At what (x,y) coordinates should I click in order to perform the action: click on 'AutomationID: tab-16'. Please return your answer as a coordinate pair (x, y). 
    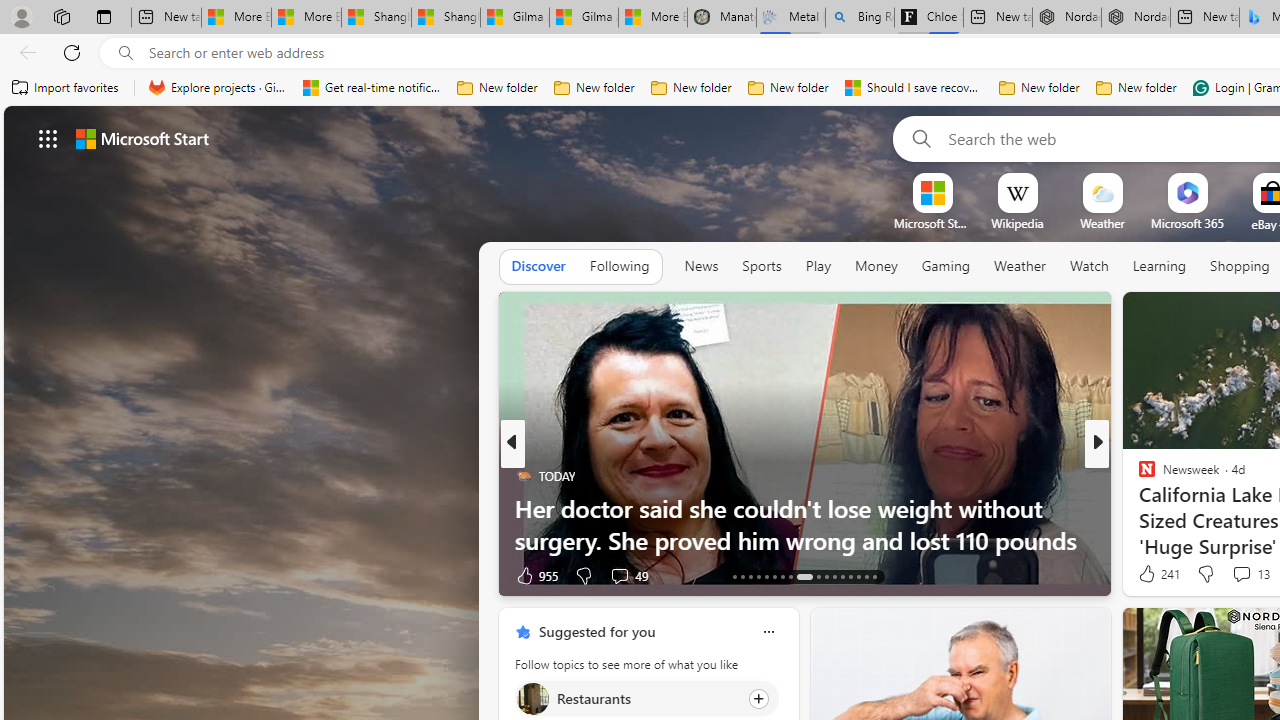
    Looking at the image, I should click on (757, 577).